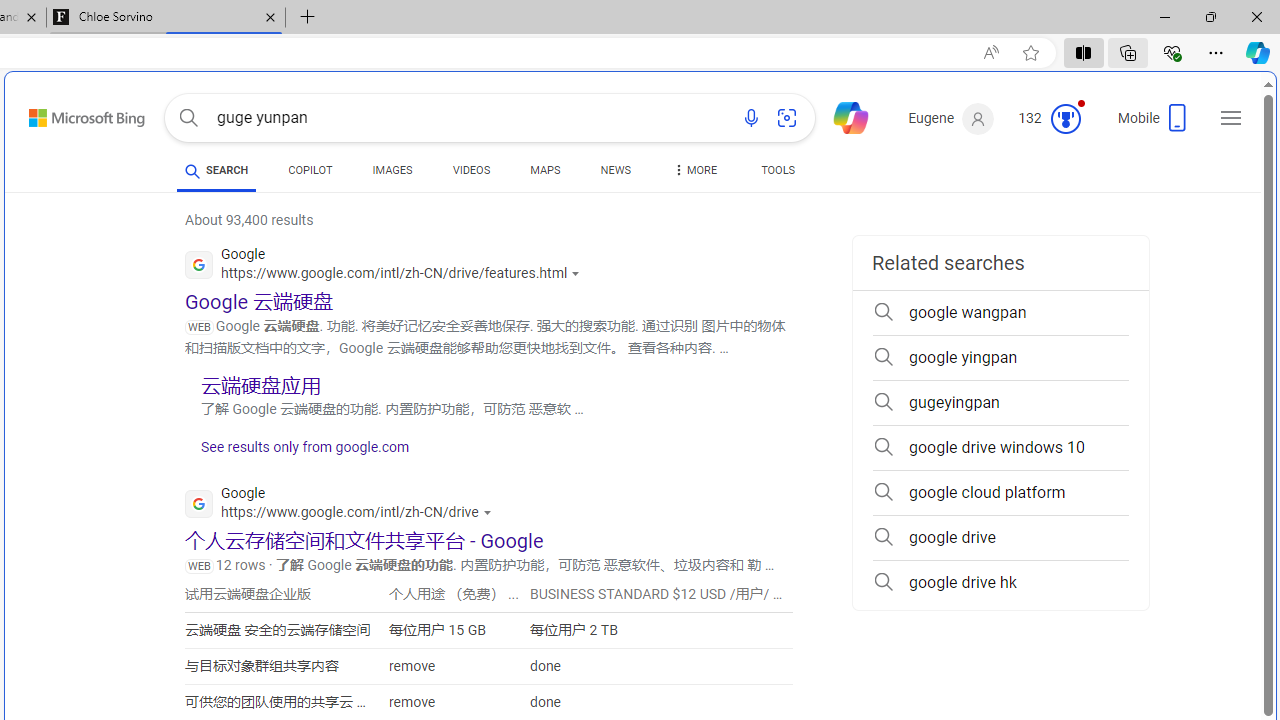 The height and width of the screenshot is (720, 1280). Describe the element at coordinates (1000, 447) in the screenshot. I see `'google drive windows 10'` at that location.